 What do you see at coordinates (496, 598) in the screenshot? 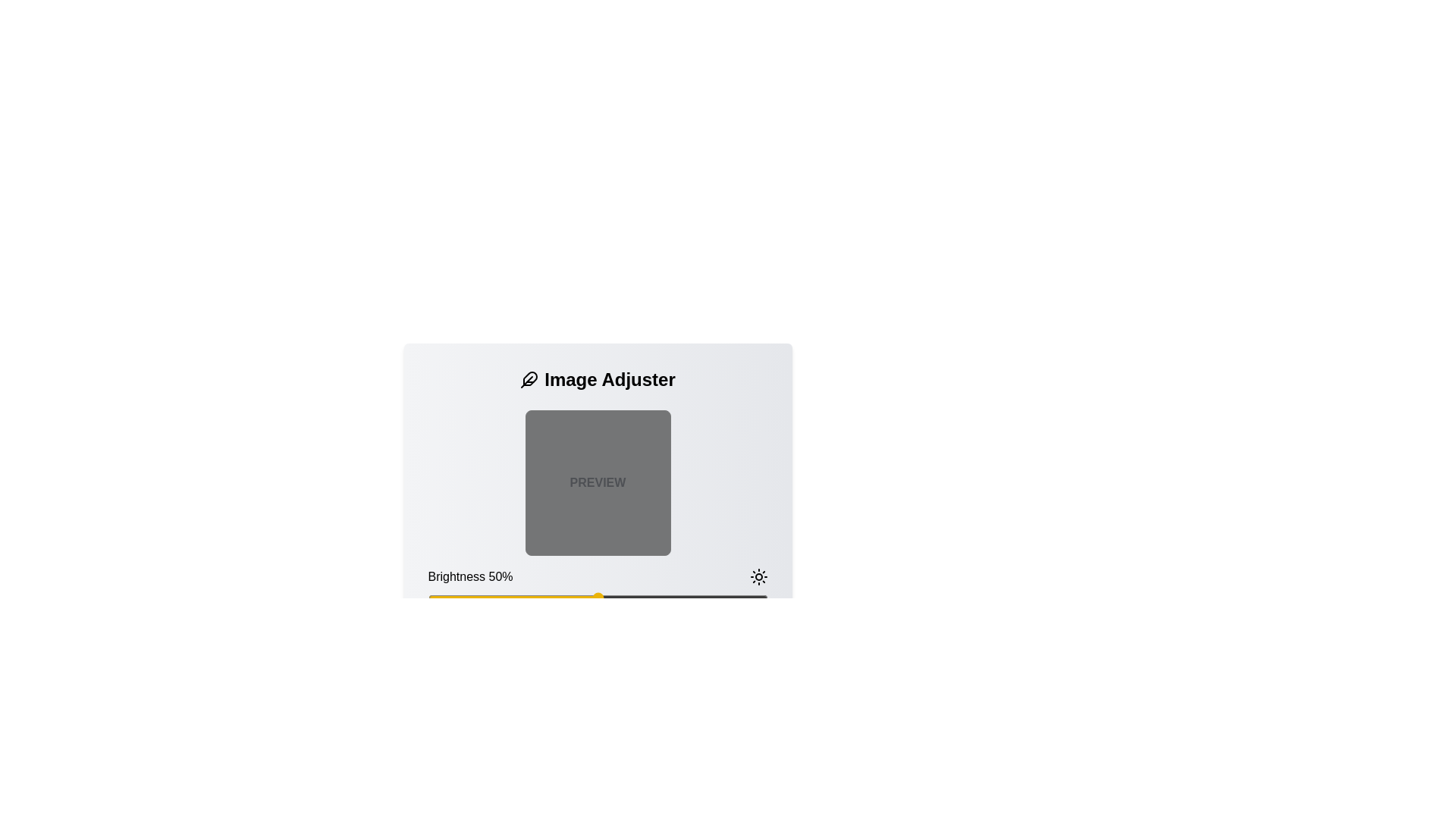
I see `the slider` at bounding box center [496, 598].